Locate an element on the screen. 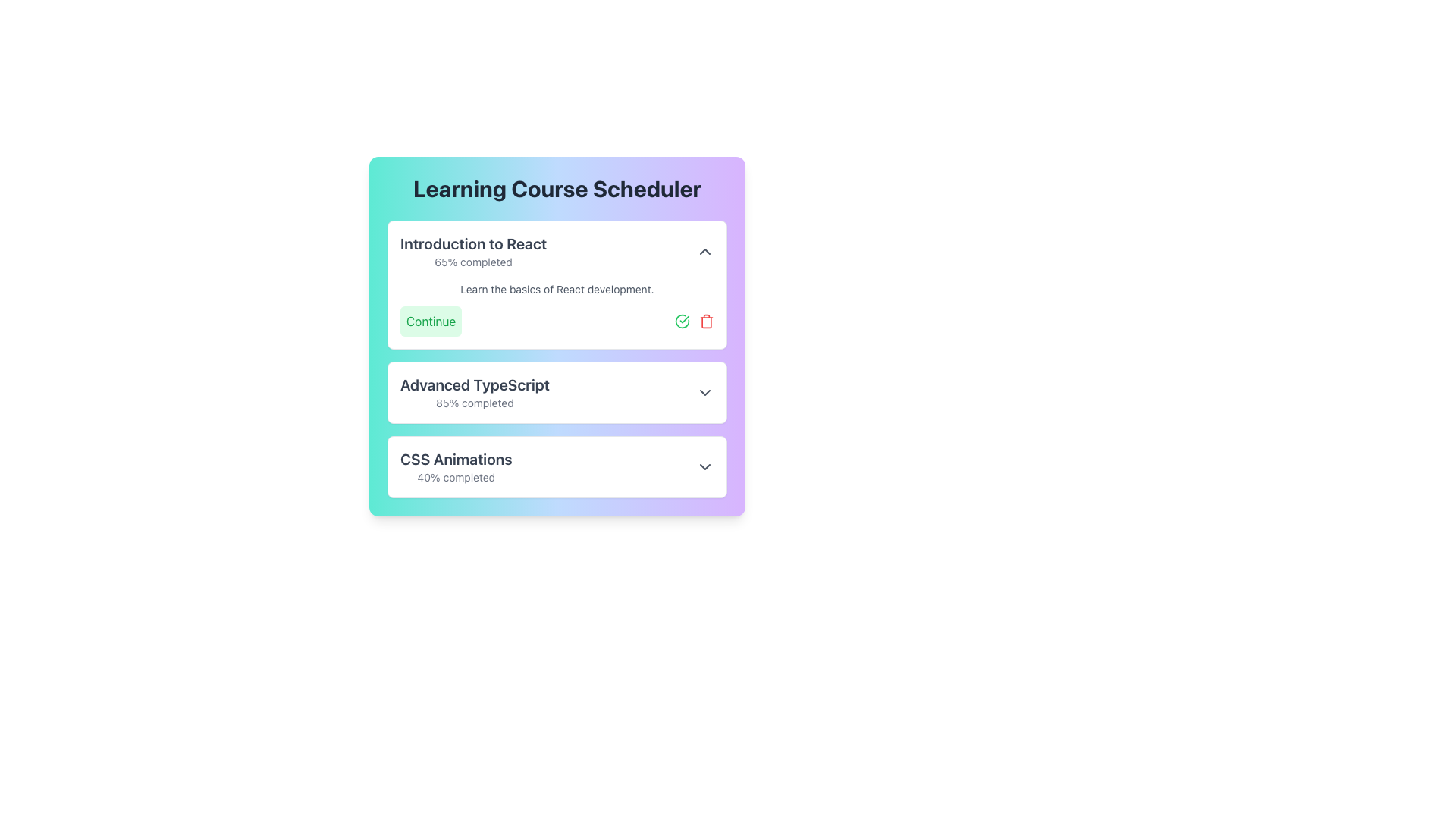 The image size is (1456, 819). the text display that reads 'Learn the basics of React development.' located in the 'Introduction to React' section of the learning course scheduler interface is located at coordinates (556, 289).